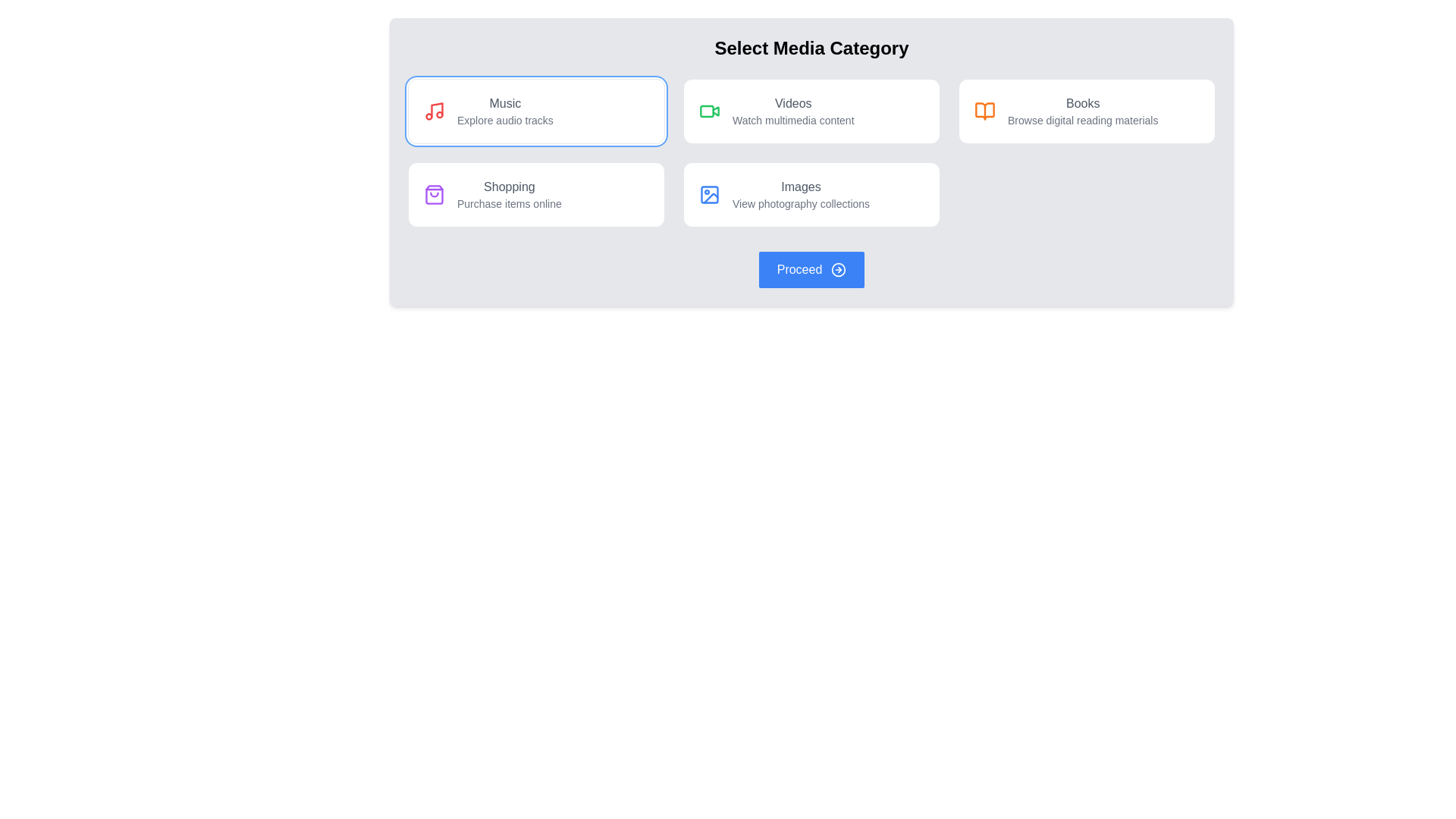 The height and width of the screenshot is (819, 1456). I want to click on the static text label that says 'Explore audio tracks.' which is located beneath the 'Music' label in the top-left section of the grid layout, so click(505, 119).